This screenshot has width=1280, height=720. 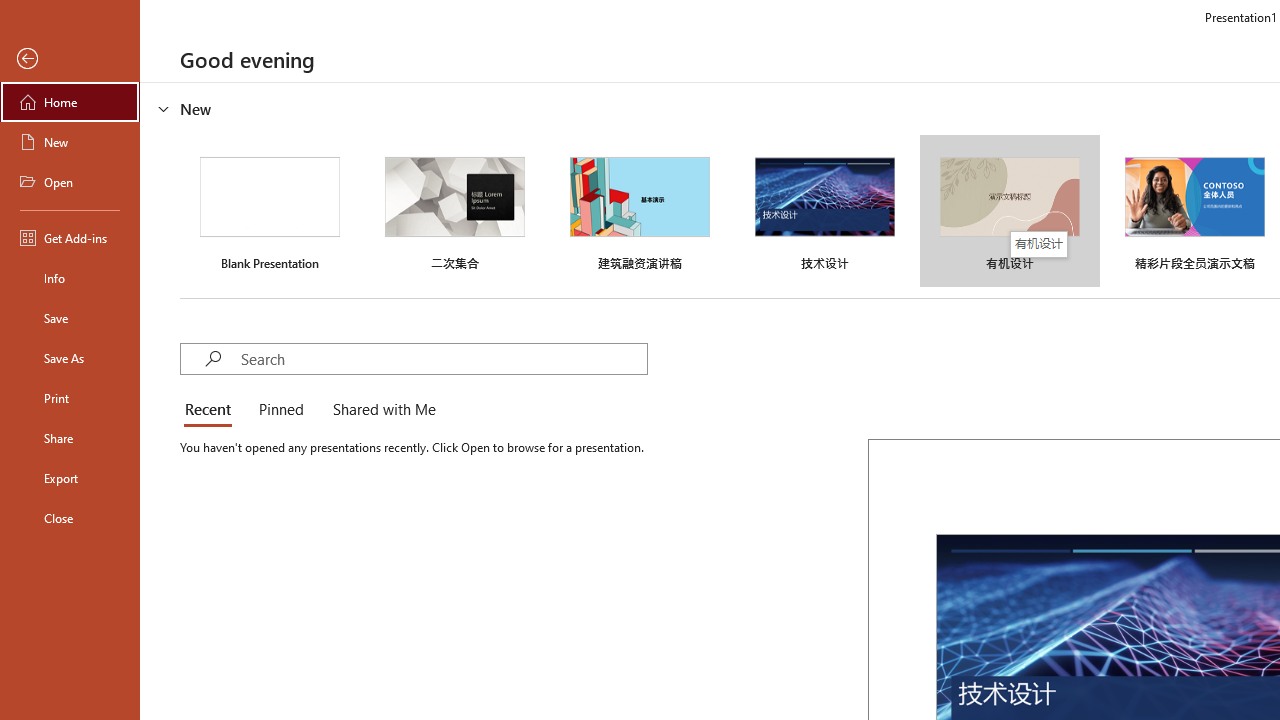 I want to click on 'Pinned', so click(x=279, y=410).